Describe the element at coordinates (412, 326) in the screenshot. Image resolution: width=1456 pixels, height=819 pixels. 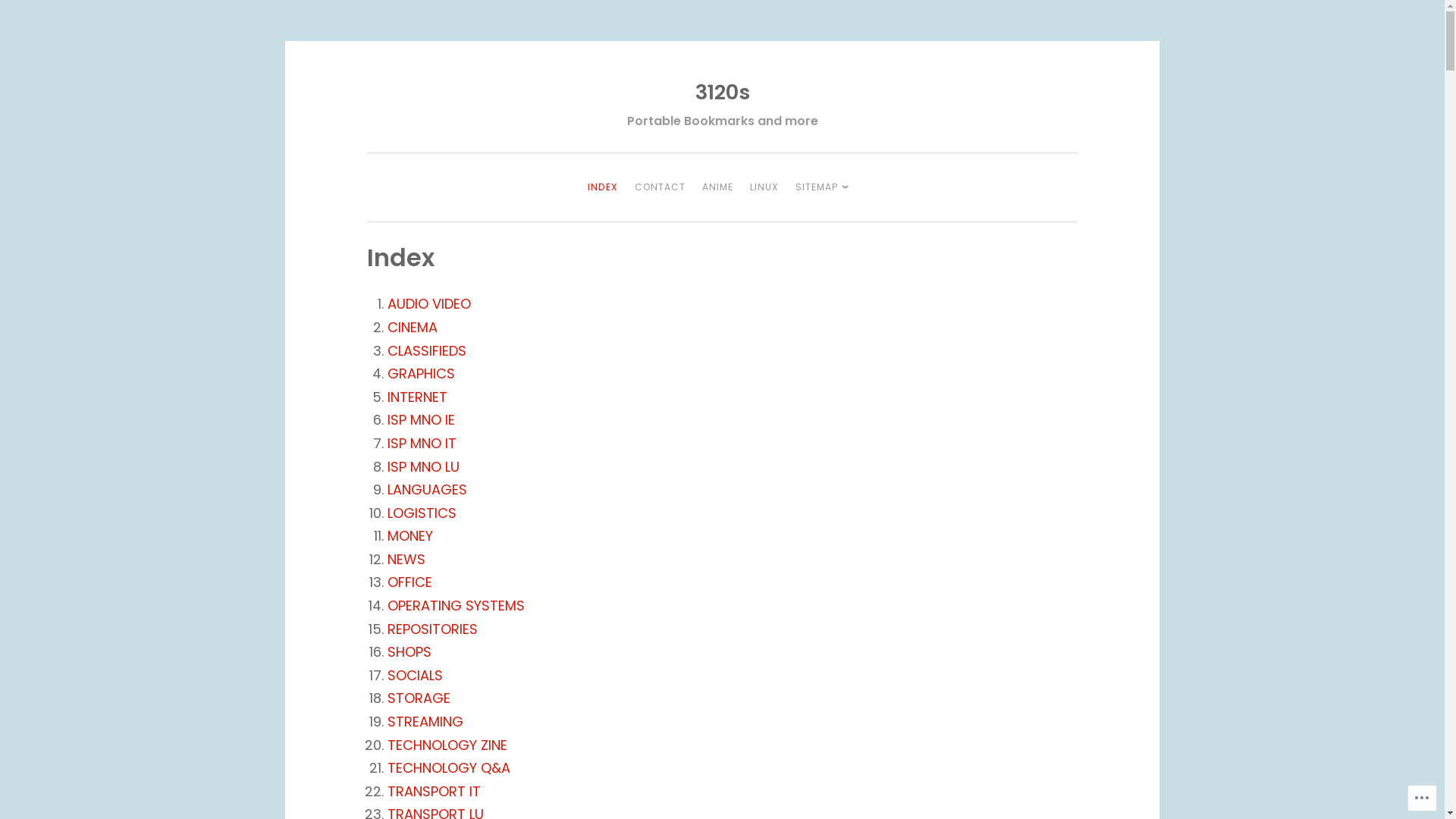
I see `'CINEMA'` at that location.